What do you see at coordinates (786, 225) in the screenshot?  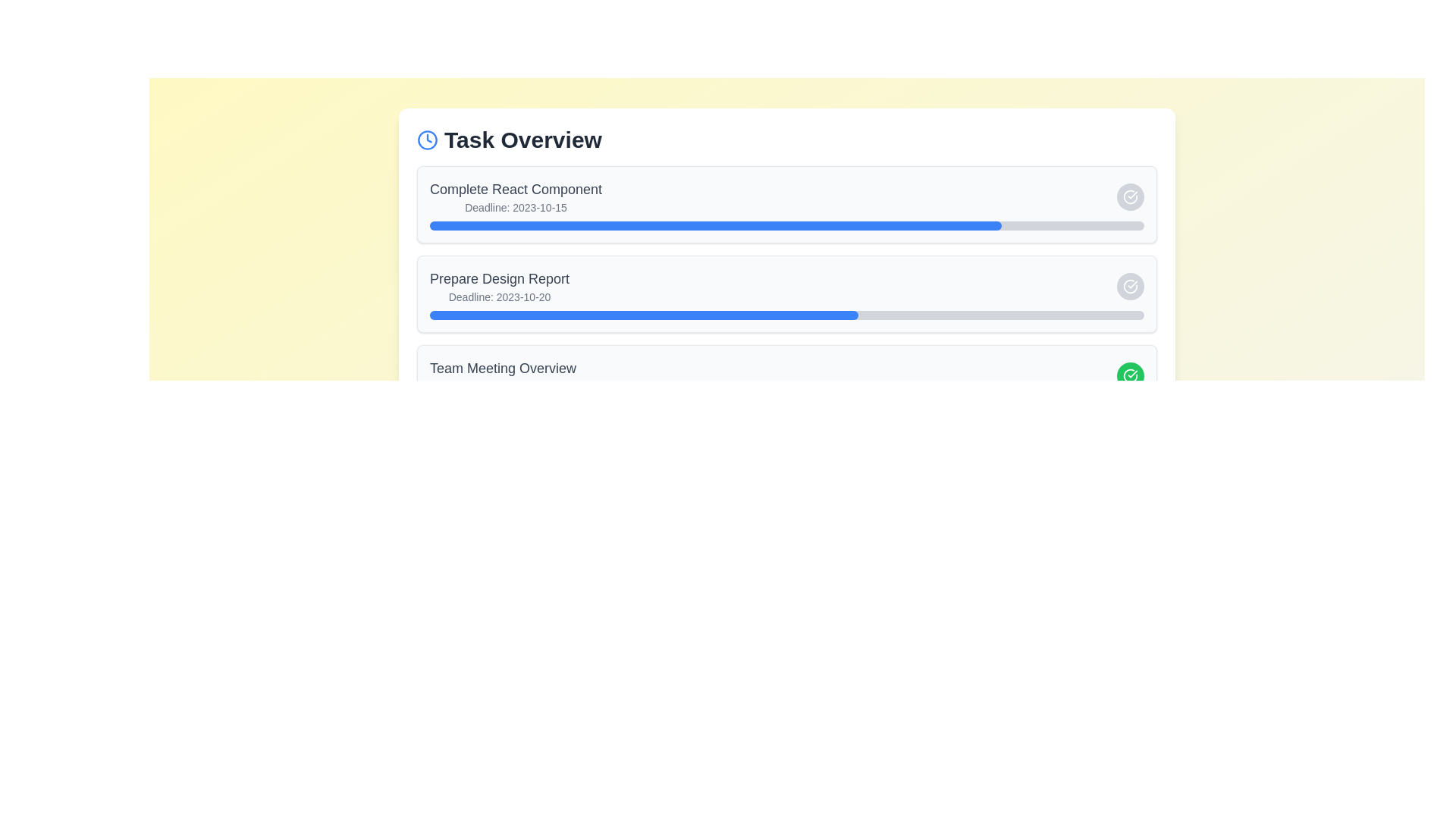 I see `the progress bar located below the task text of the 'Complete React Component' task card in the task overview section` at bounding box center [786, 225].